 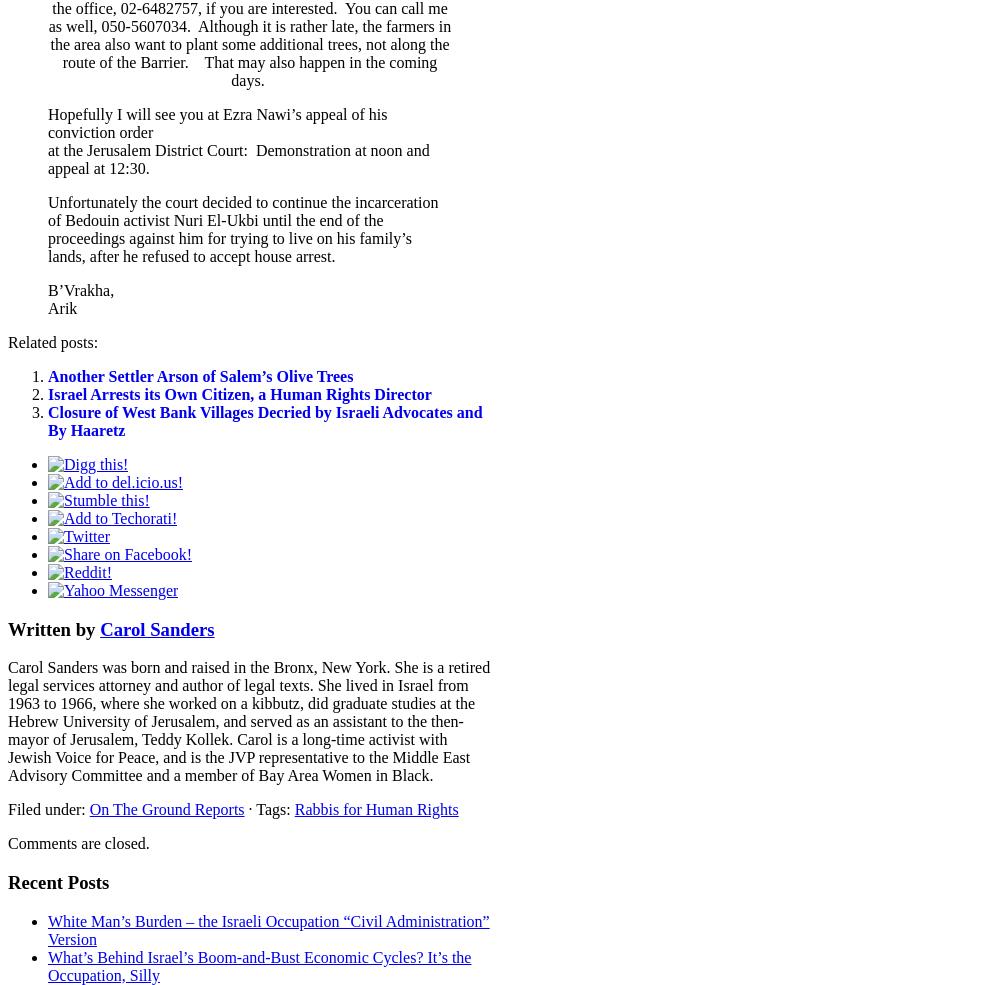 I want to click on 'Recent Posts', so click(x=57, y=881).